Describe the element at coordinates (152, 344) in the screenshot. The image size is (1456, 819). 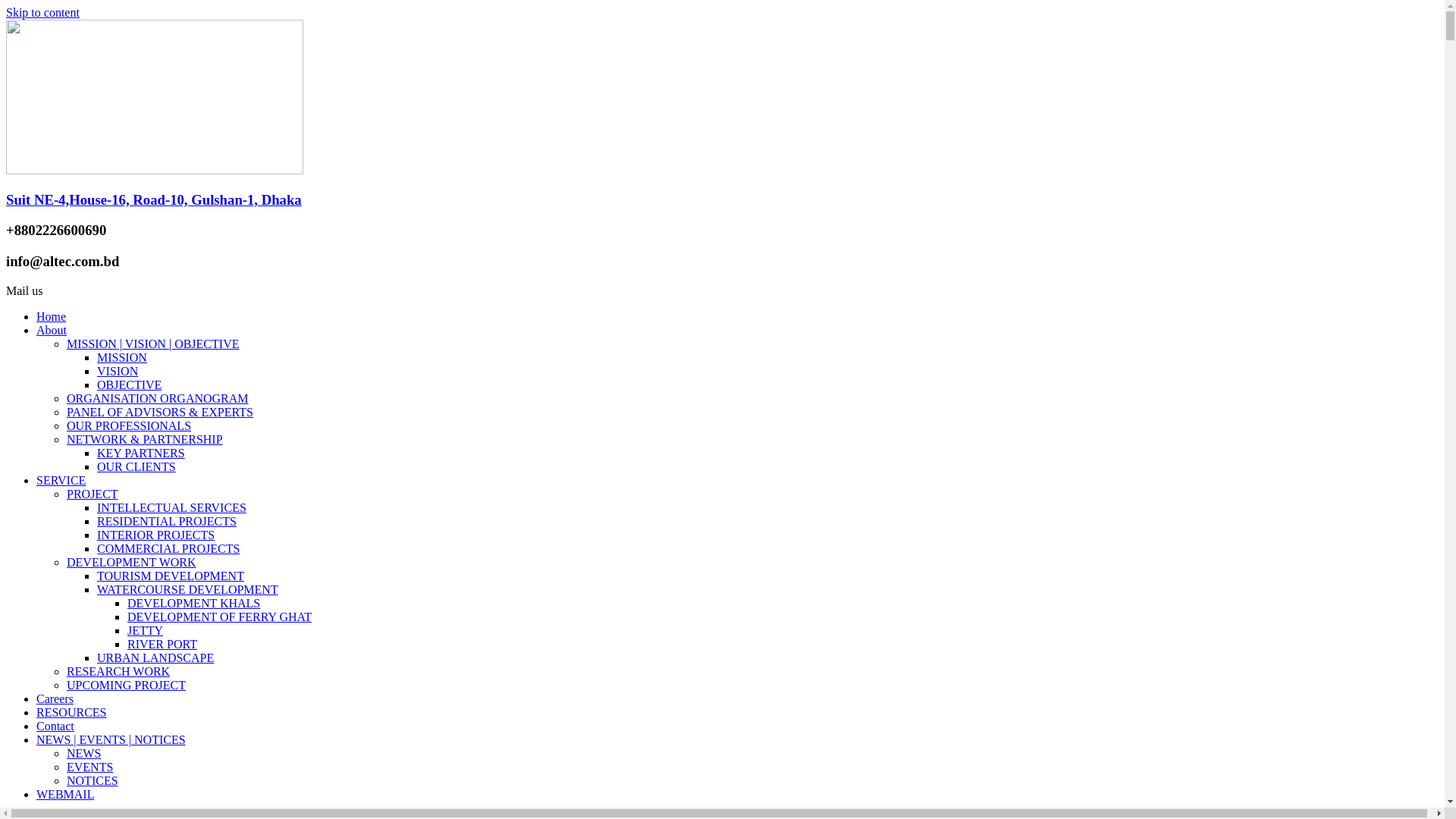
I see `'MISSION | VISION | OBJECTIVE'` at that location.